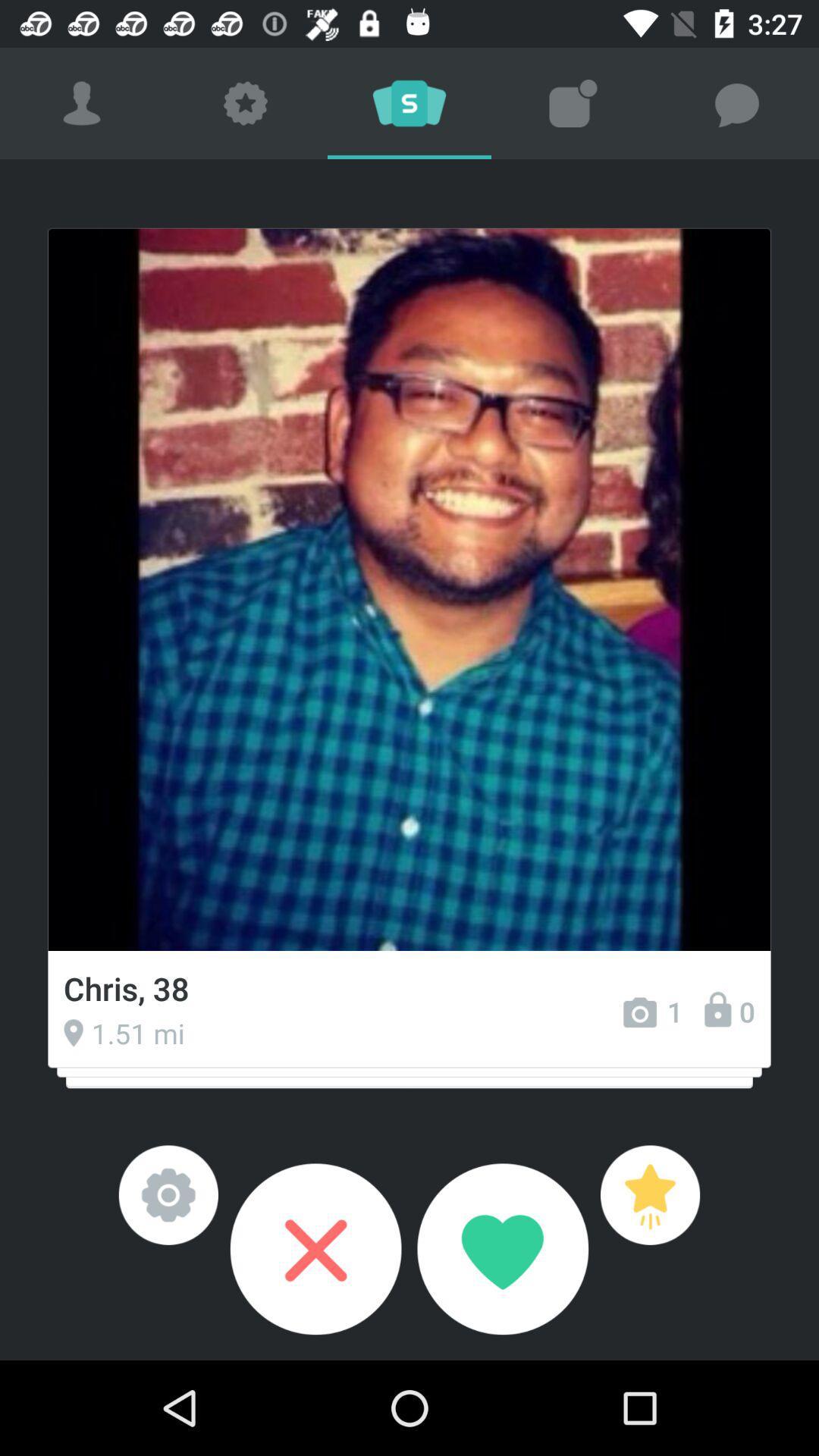 The height and width of the screenshot is (1456, 819). Describe the element at coordinates (649, 1194) in the screenshot. I see `the star icon` at that location.